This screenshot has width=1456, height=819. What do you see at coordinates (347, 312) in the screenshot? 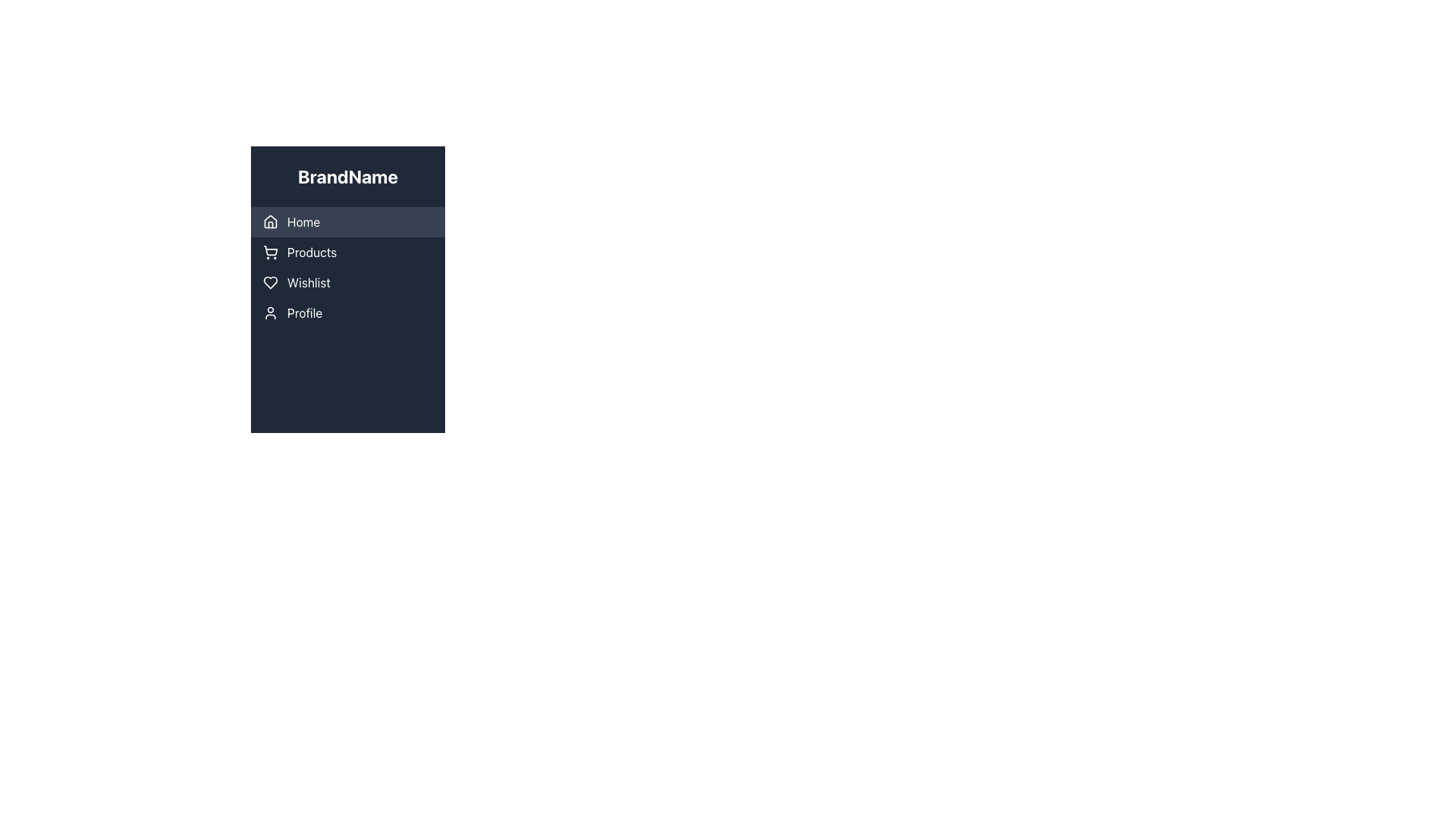
I see `the 'Profile' button in the navigation menu` at bounding box center [347, 312].